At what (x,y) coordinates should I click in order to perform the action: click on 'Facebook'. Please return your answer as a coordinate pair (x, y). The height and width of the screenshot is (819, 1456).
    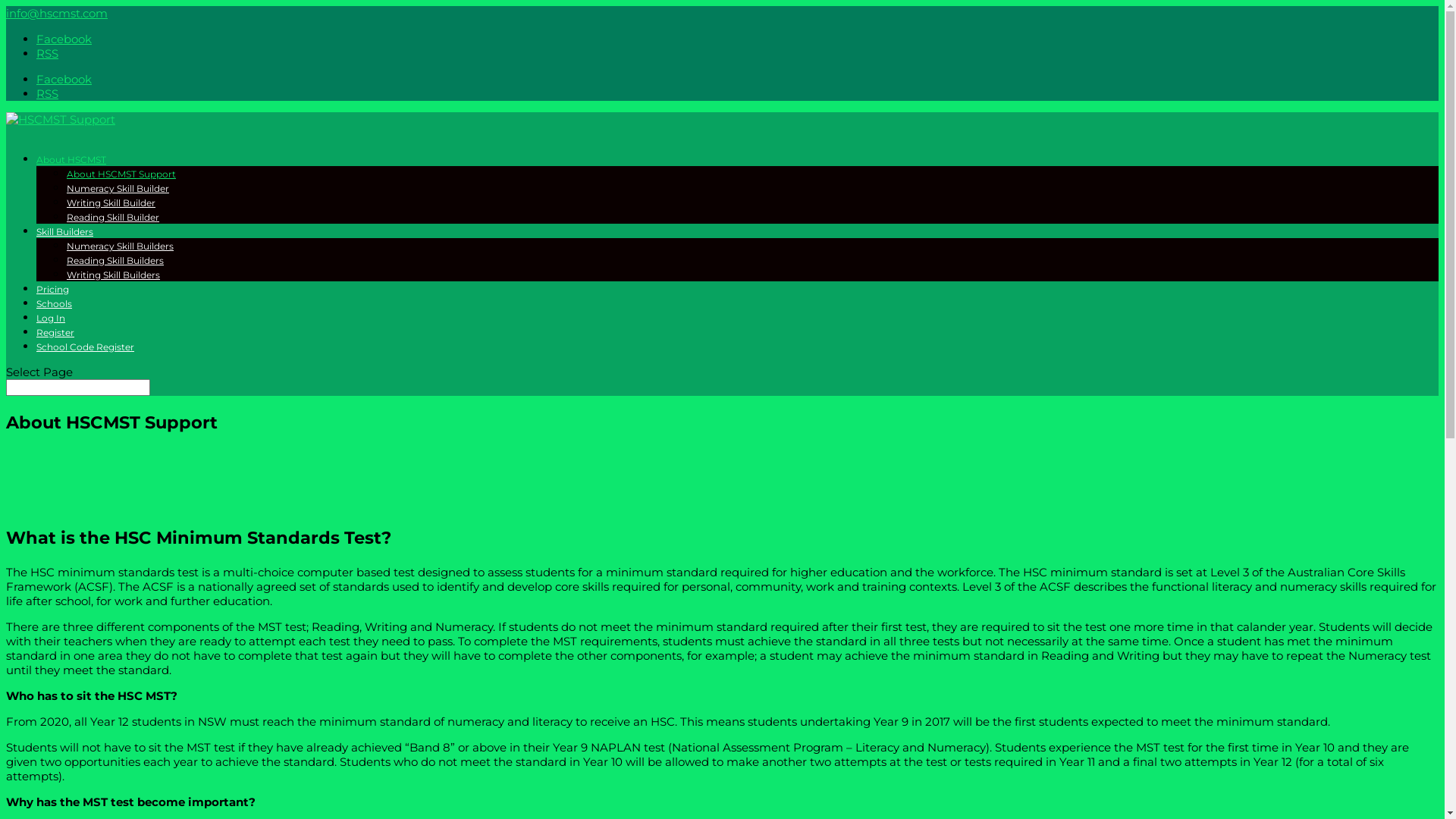
    Looking at the image, I should click on (36, 38).